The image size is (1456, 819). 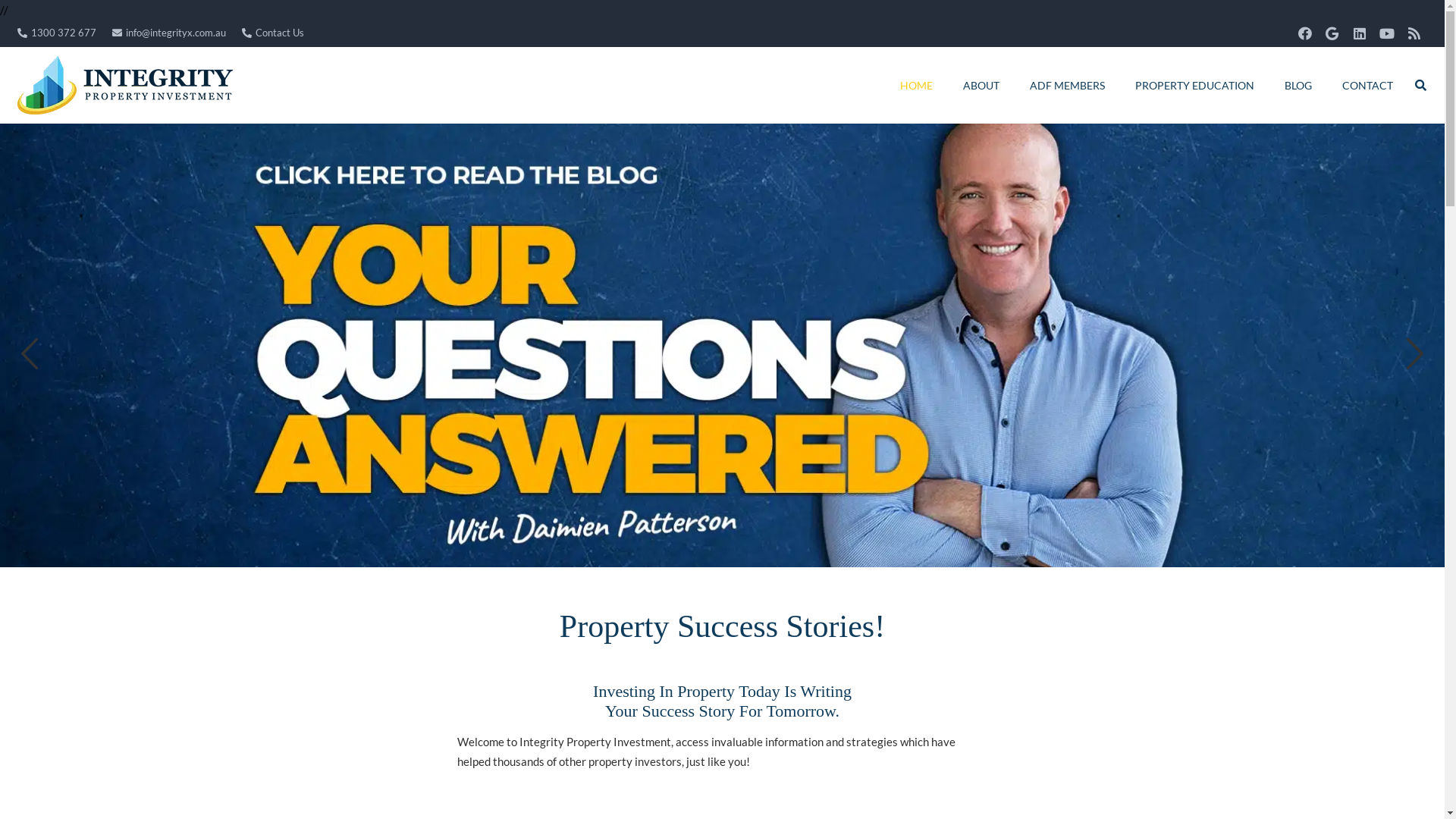 I want to click on 'LinkedIn', so click(x=1358, y=33).